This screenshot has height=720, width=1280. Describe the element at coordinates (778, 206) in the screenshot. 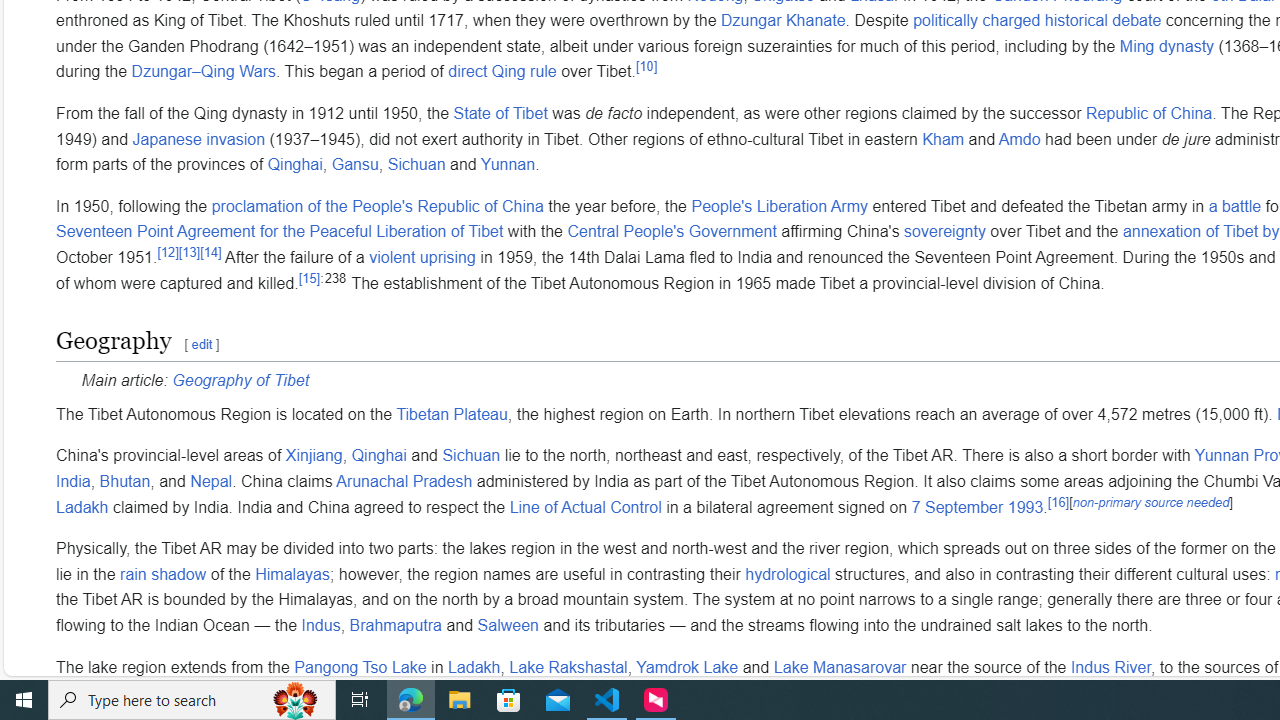

I see `'People'` at that location.